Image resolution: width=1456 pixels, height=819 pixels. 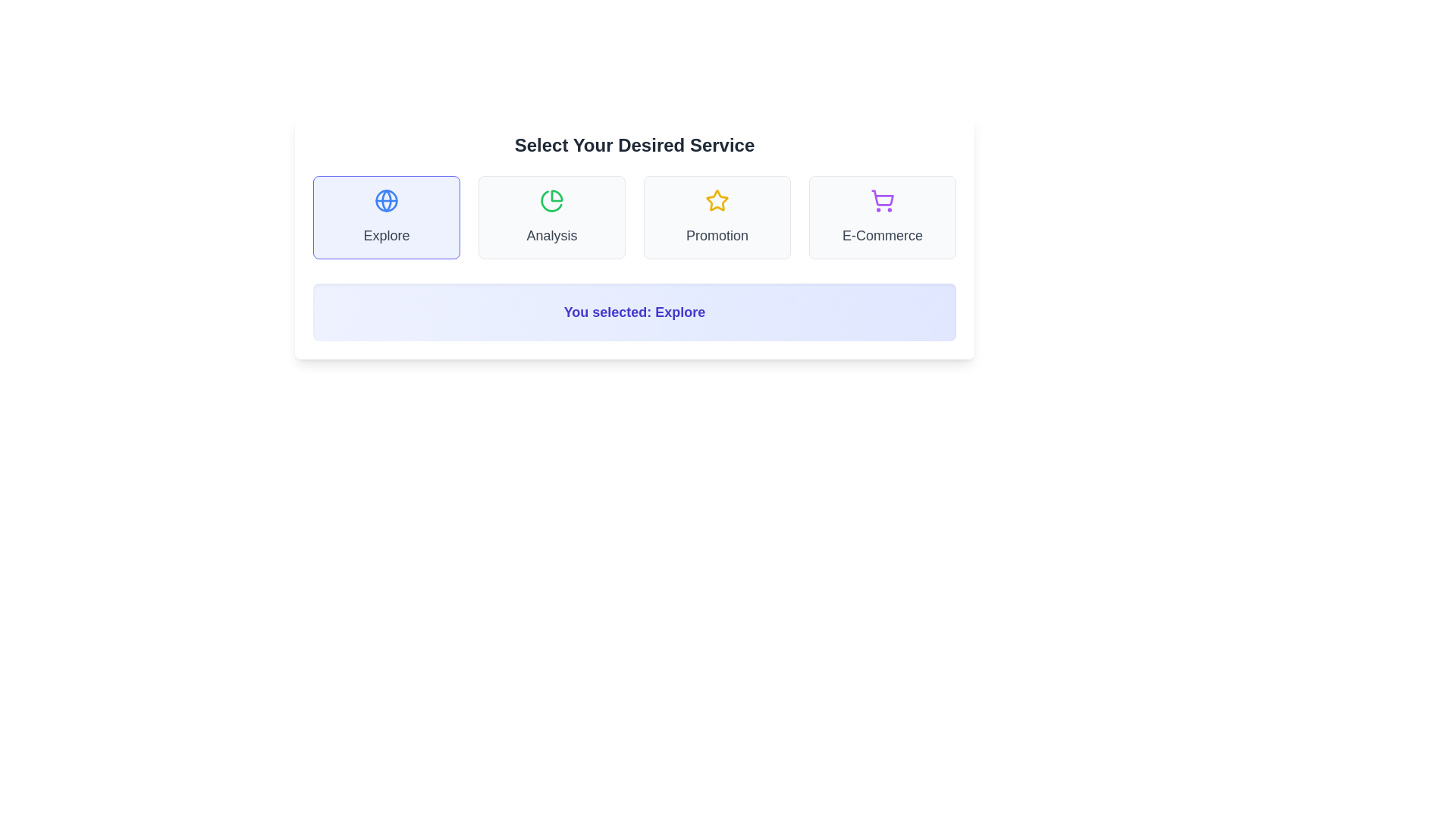 What do you see at coordinates (556, 195) in the screenshot?
I see `the top-right decorative icon segment of the pie chart representing the 'Analysis' option` at bounding box center [556, 195].